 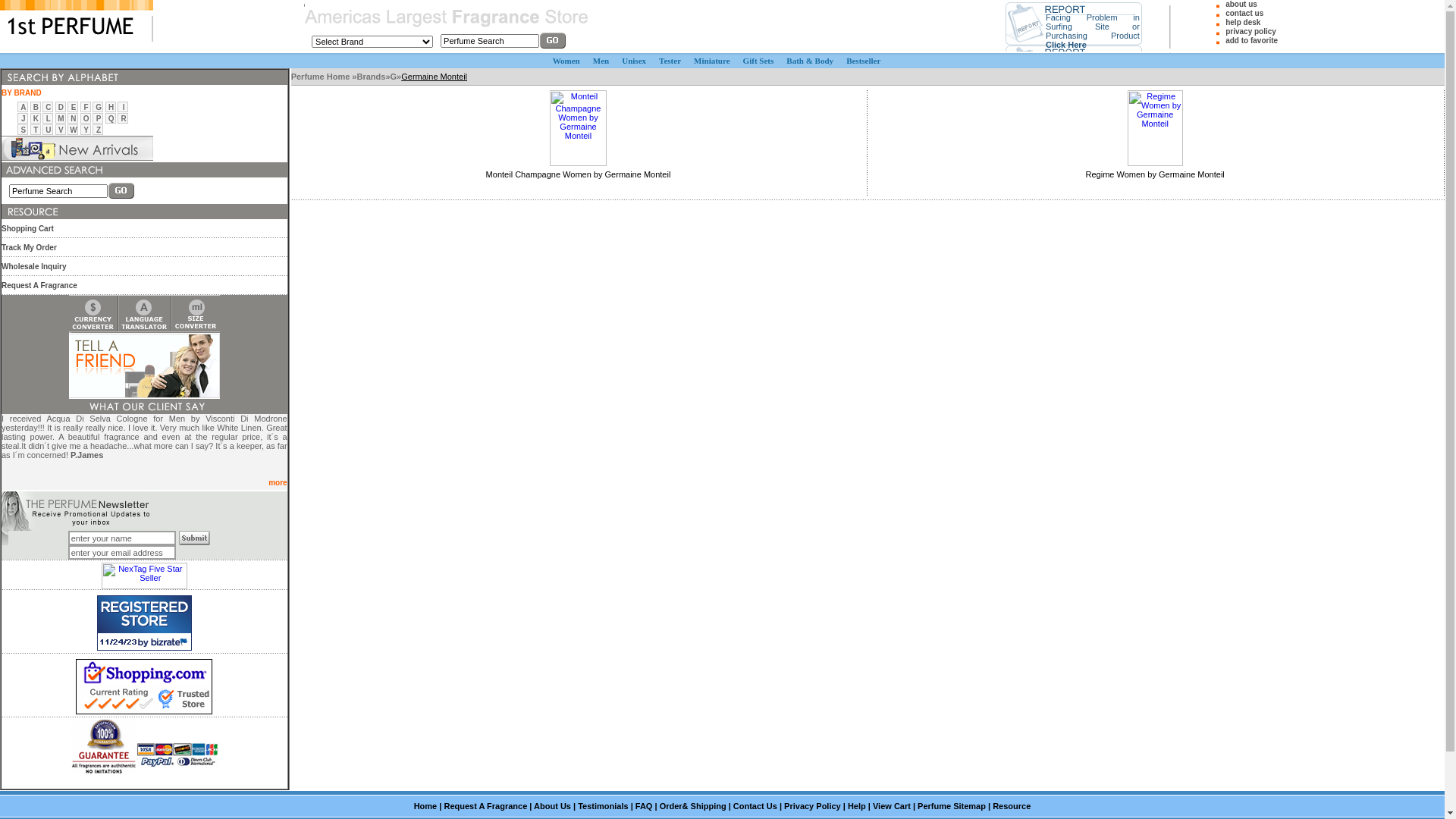 I want to click on 'I', so click(x=124, y=106).